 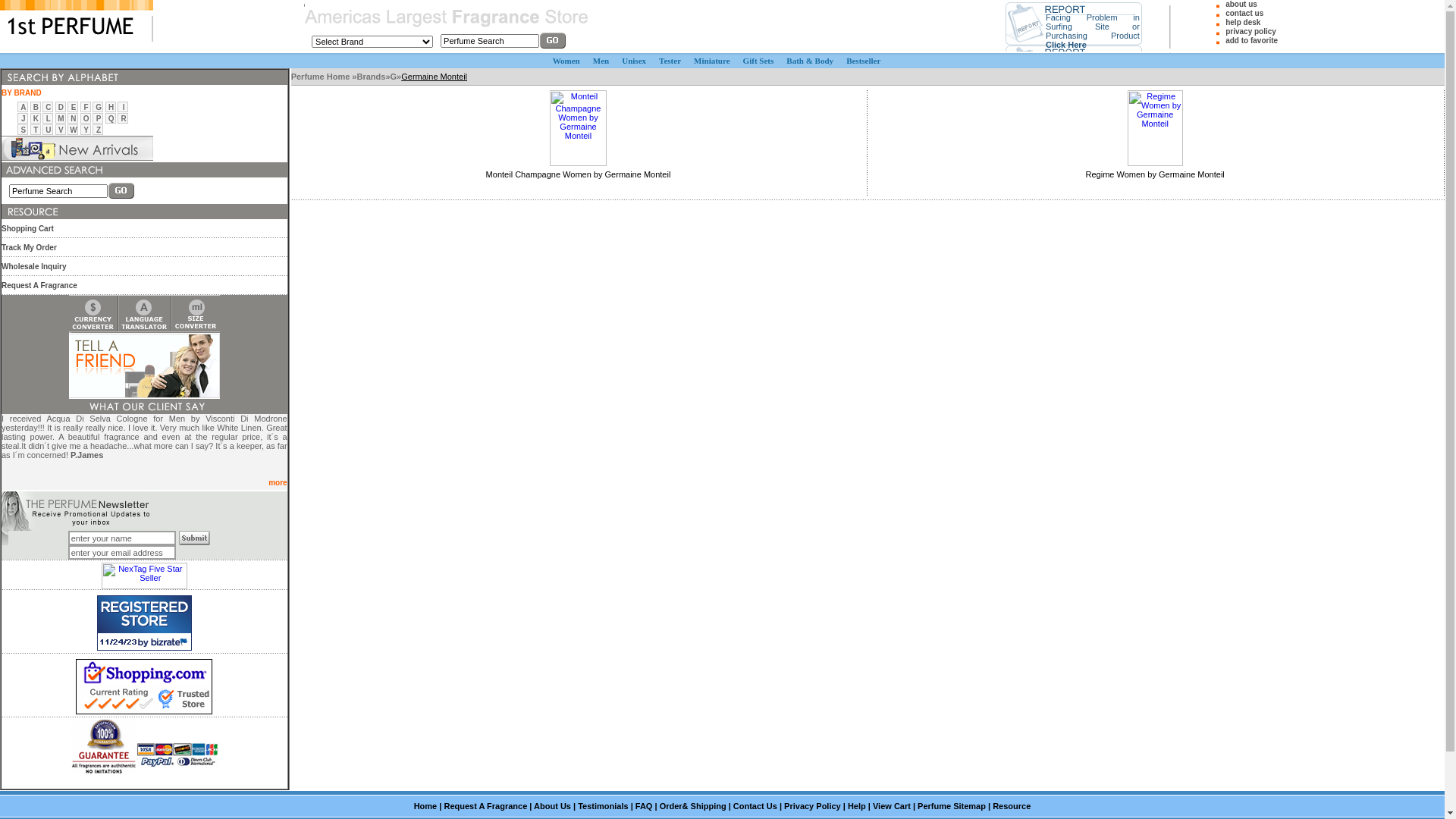 I want to click on 'I', so click(x=124, y=106).